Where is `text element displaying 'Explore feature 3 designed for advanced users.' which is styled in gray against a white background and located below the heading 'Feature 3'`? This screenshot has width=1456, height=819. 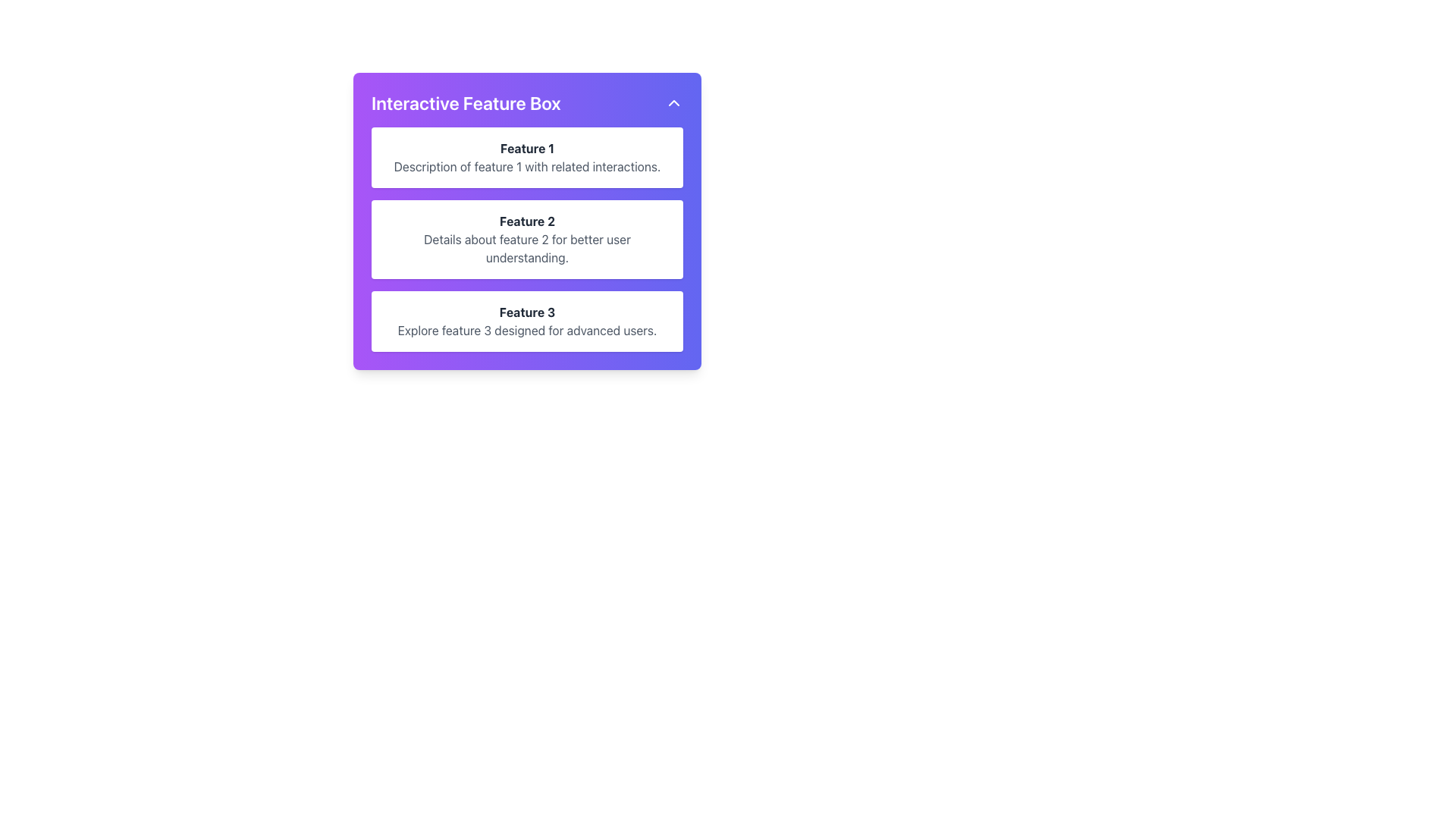 text element displaying 'Explore feature 3 designed for advanced users.' which is styled in gray against a white background and located below the heading 'Feature 3' is located at coordinates (527, 329).